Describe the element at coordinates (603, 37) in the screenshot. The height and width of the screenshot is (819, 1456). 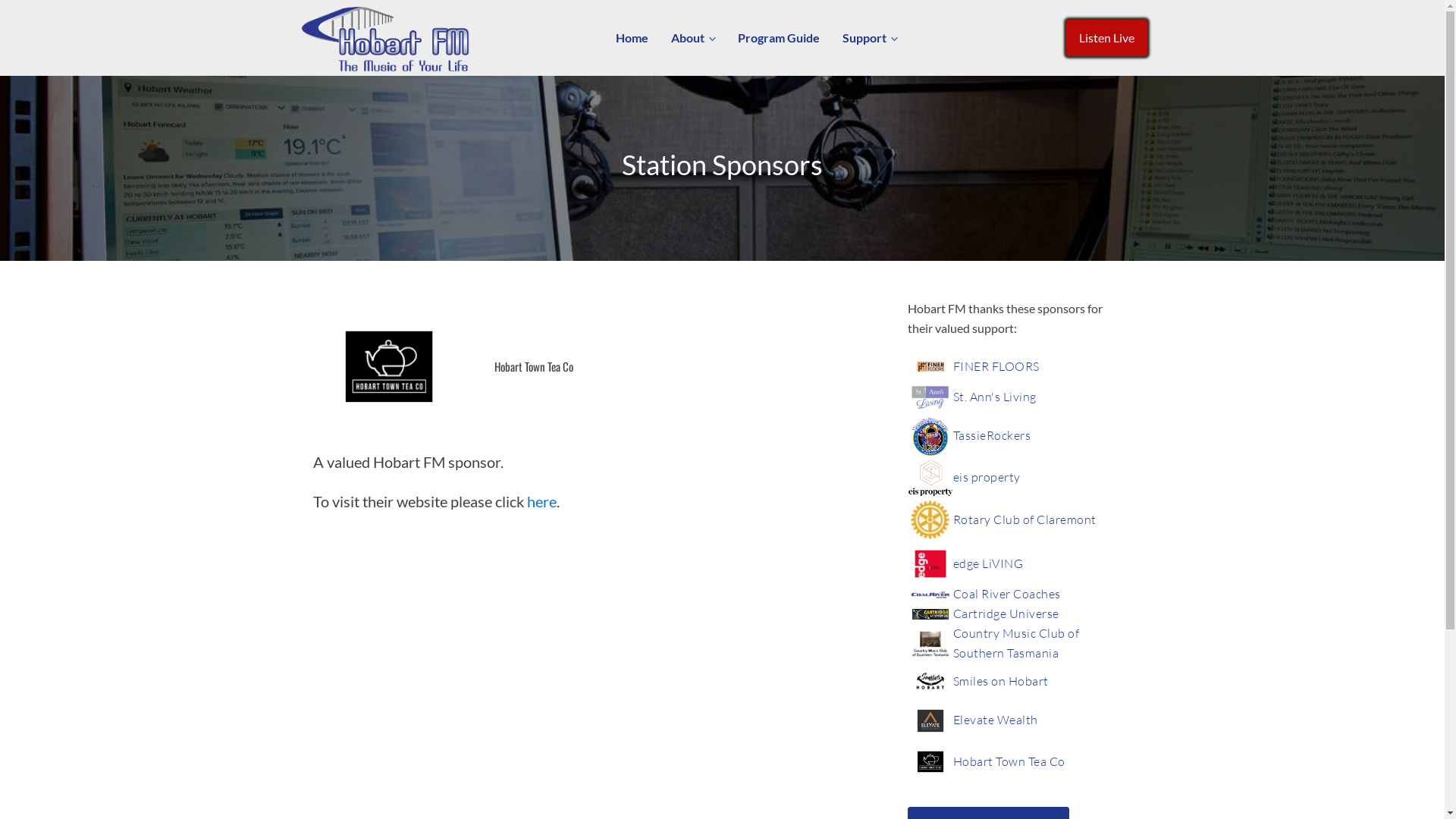
I see `'Home'` at that location.